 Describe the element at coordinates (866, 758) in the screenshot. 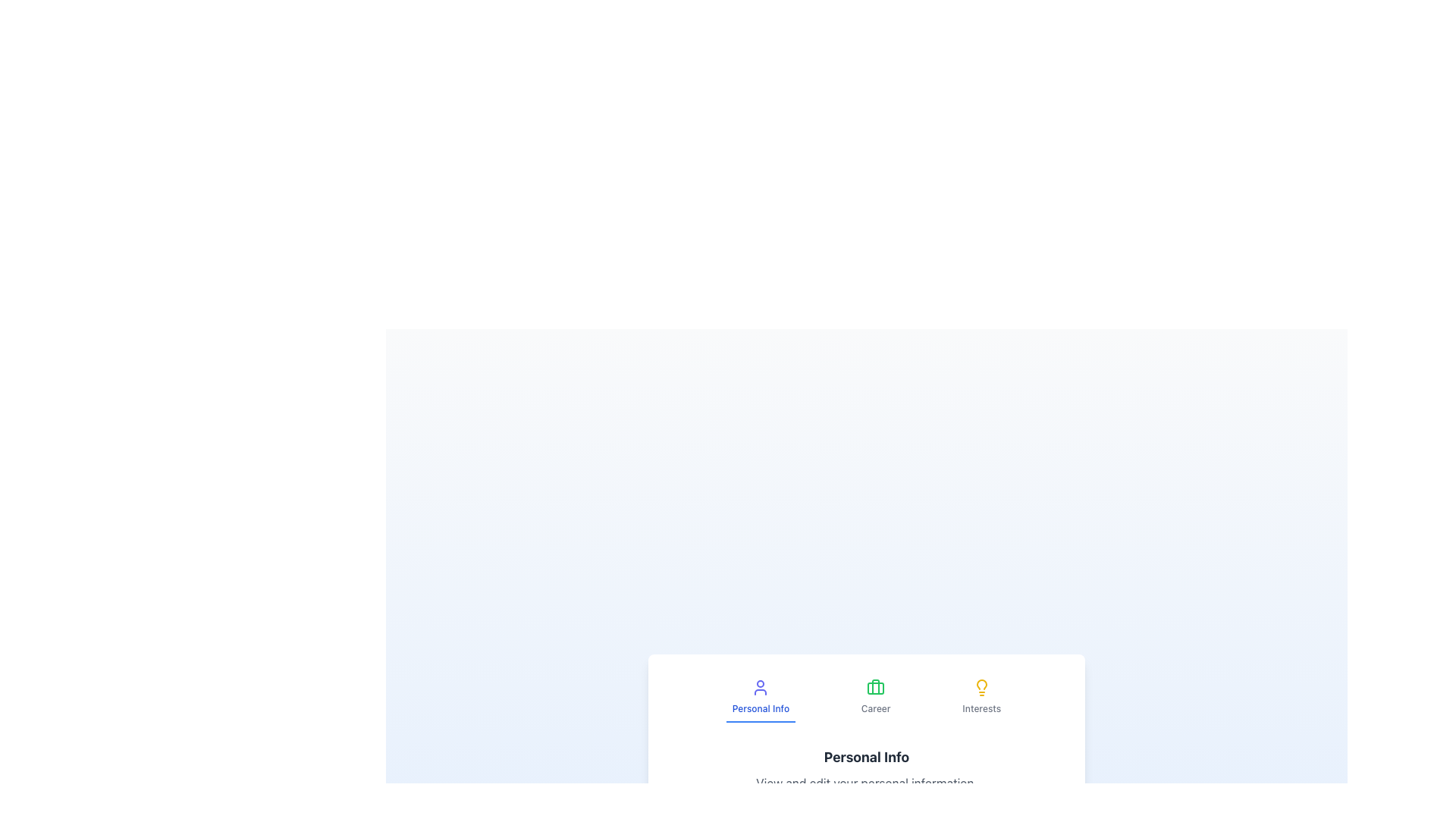

I see `the bold text label 'Personal Info' that is dark gray and visually prominent, positioned above the smaller gray text 'View and edit your personal information'` at that location.